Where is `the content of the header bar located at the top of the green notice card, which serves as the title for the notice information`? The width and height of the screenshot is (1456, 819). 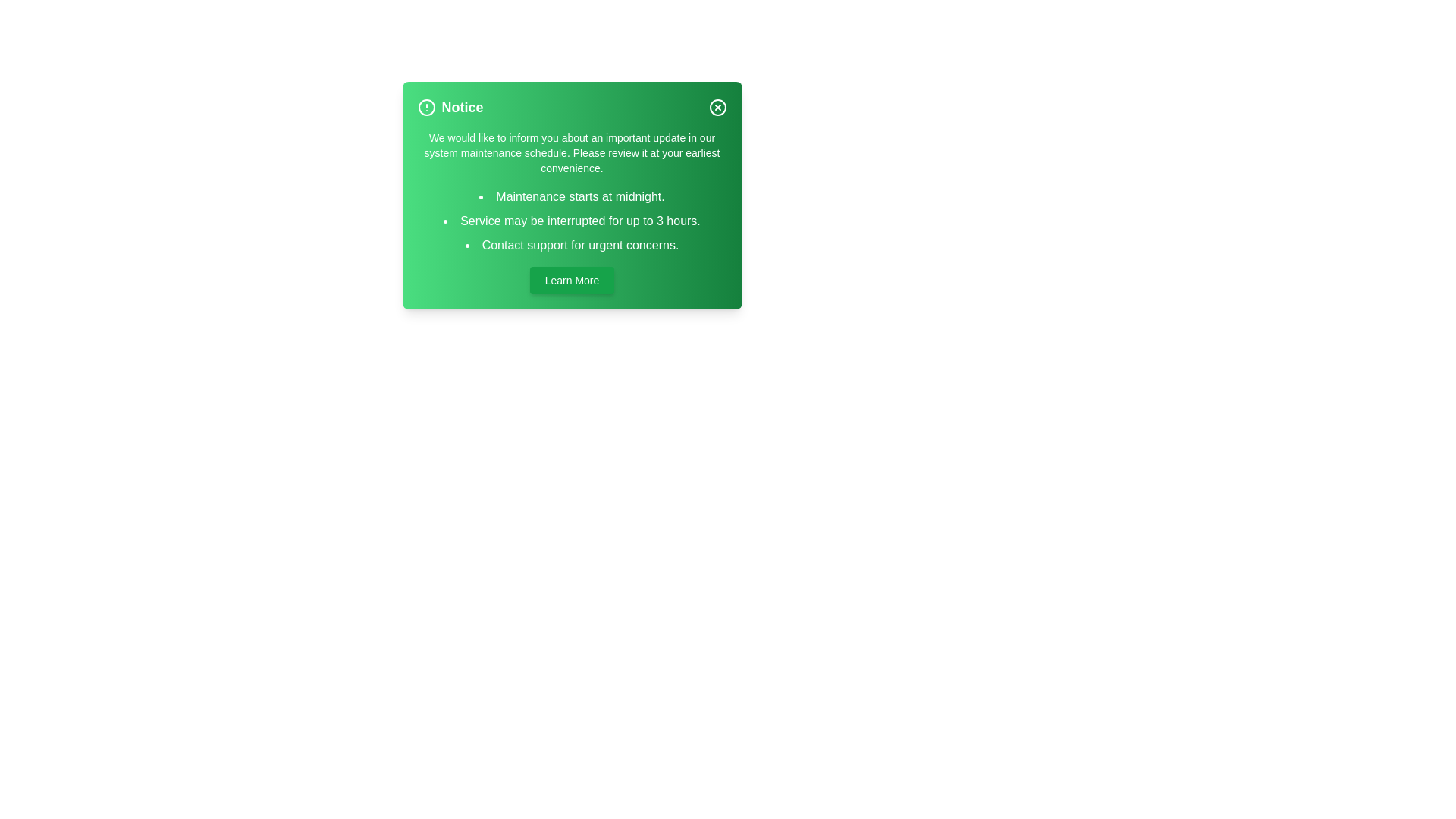
the content of the header bar located at the top of the green notice card, which serves as the title for the notice information is located at coordinates (571, 107).